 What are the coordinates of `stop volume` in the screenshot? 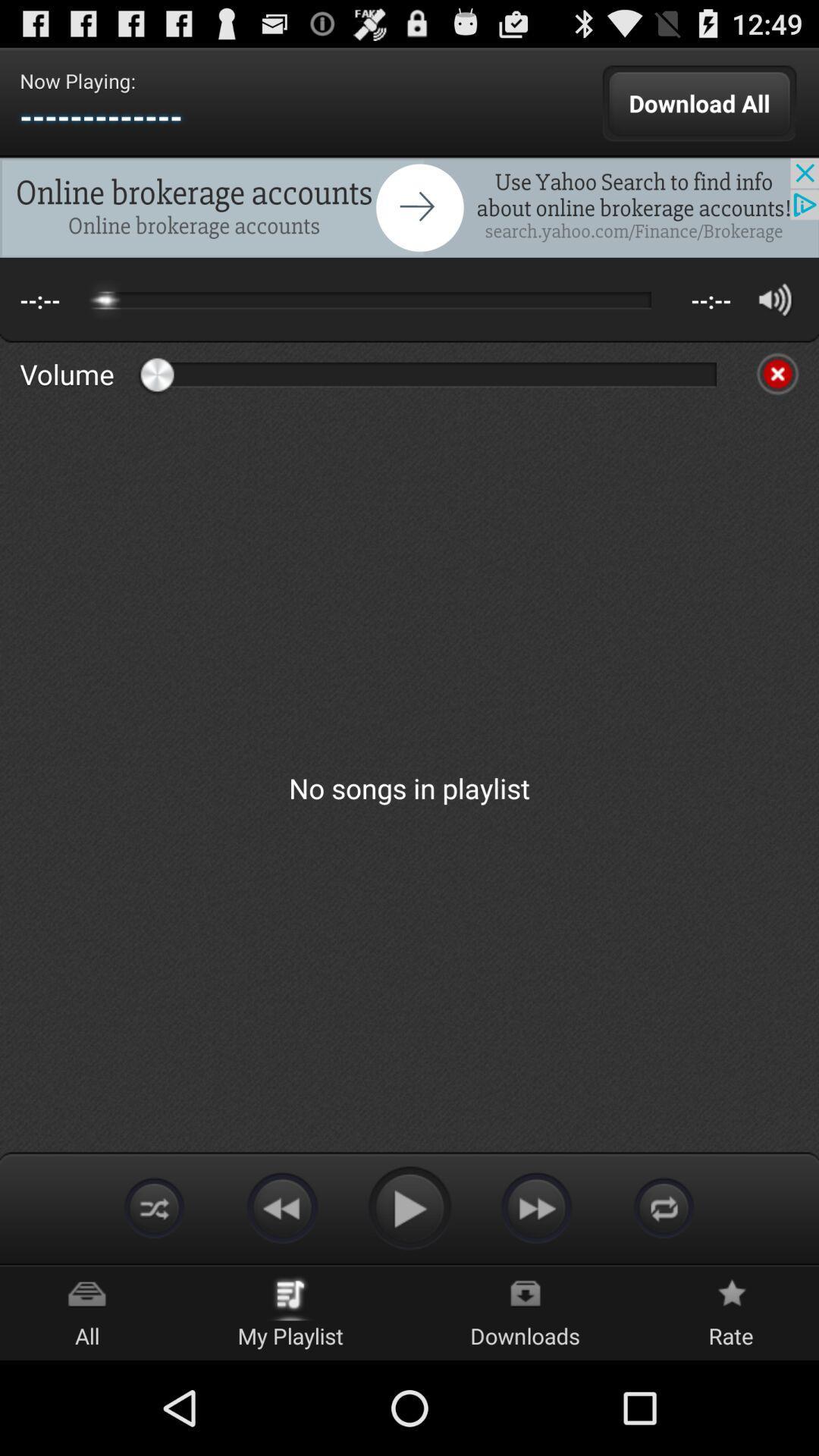 It's located at (777, 374).